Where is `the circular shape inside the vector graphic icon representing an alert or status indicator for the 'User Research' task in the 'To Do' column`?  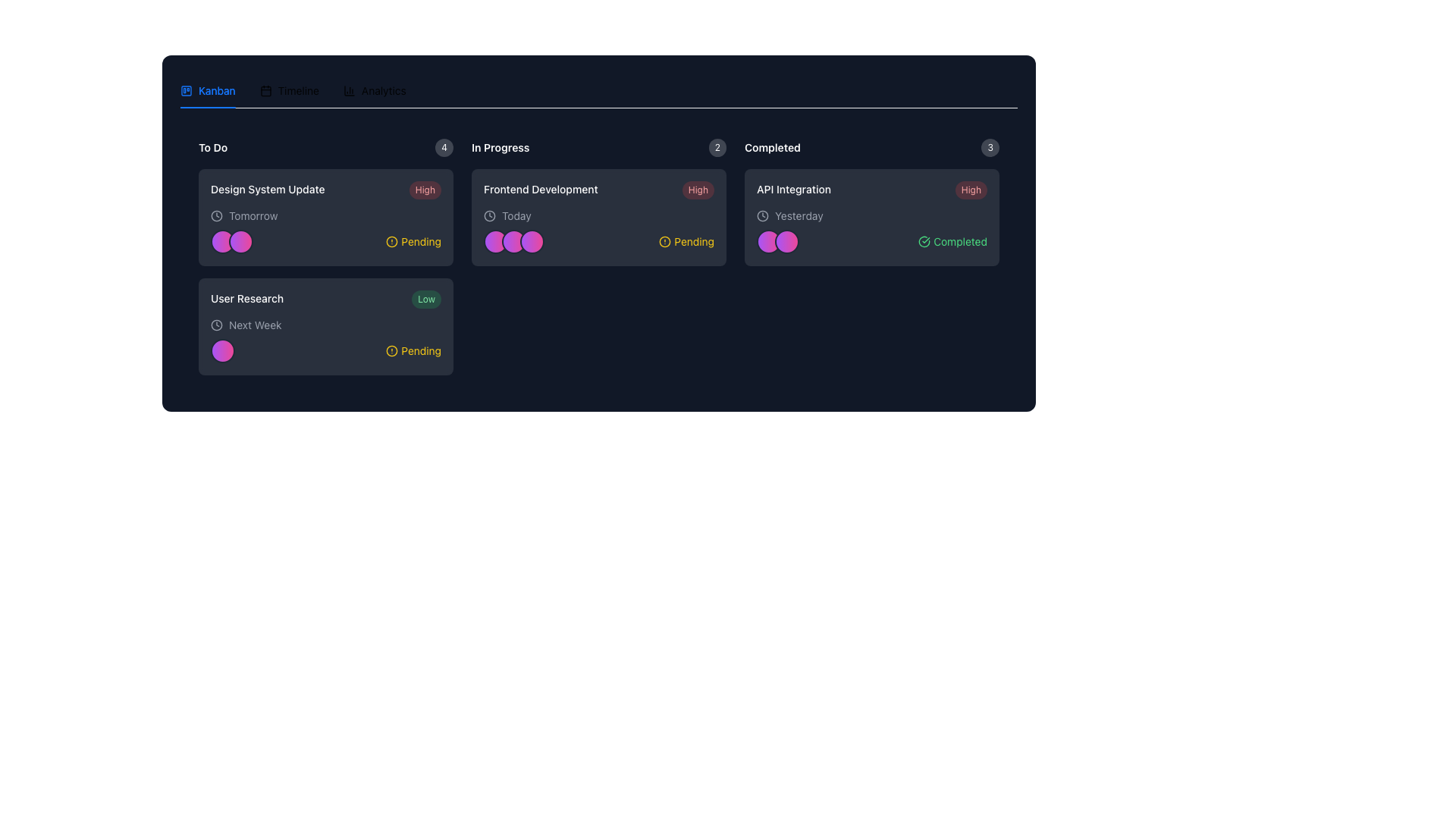
the circular shape inside the vector graphic icon representing an alert or status indicator for the 'User Research' task in the 'To Do' column is located at coordinates (392, 350).